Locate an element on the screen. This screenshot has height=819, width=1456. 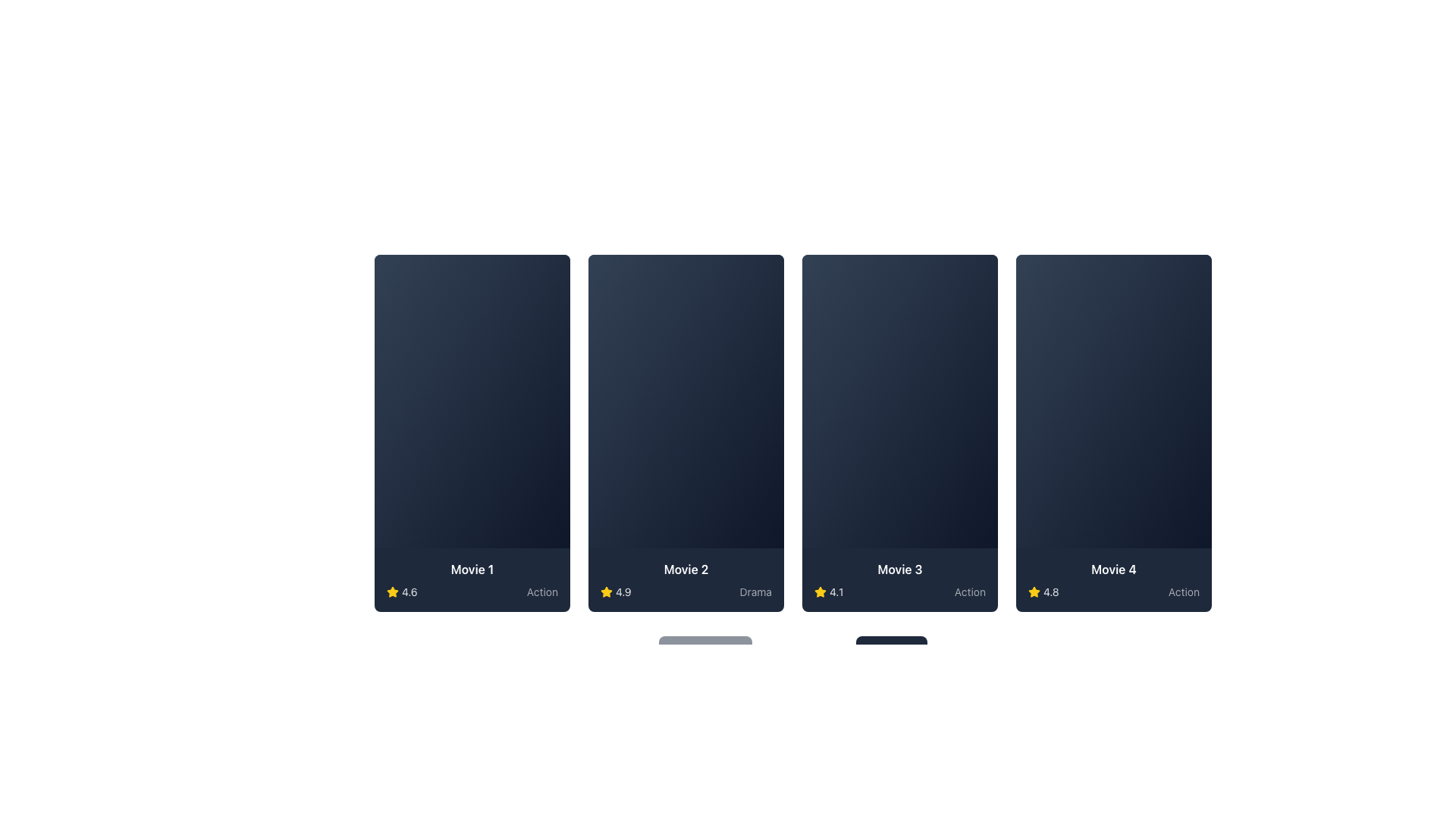
the content displayed on the informative card or panel about the movie, which is located under the central section of the interface, specifically the second segment in a row of similar sections is located at coordinates (686, 579).